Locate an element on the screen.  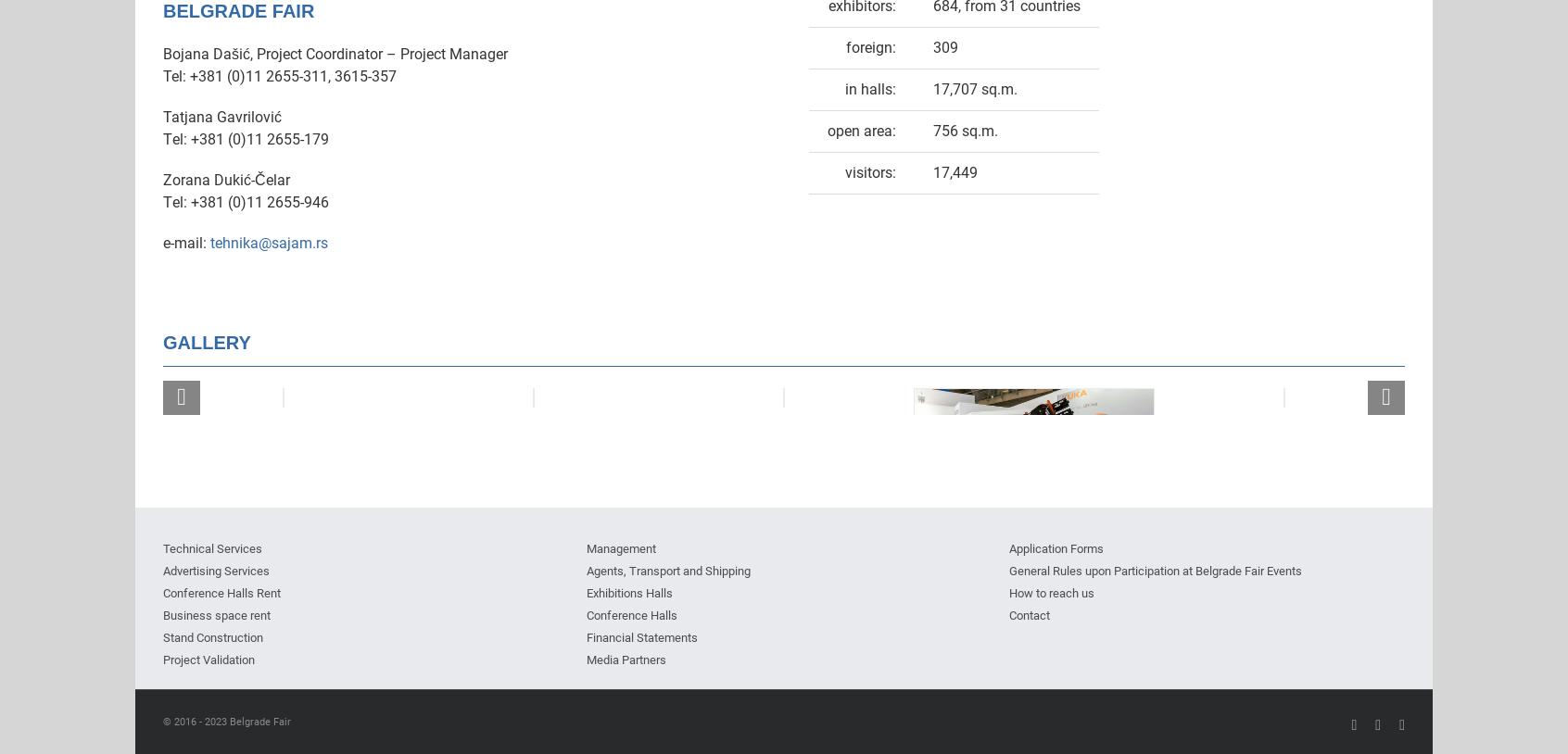
'Tatjana Gavrilović' is located at coordinates (221, 115).